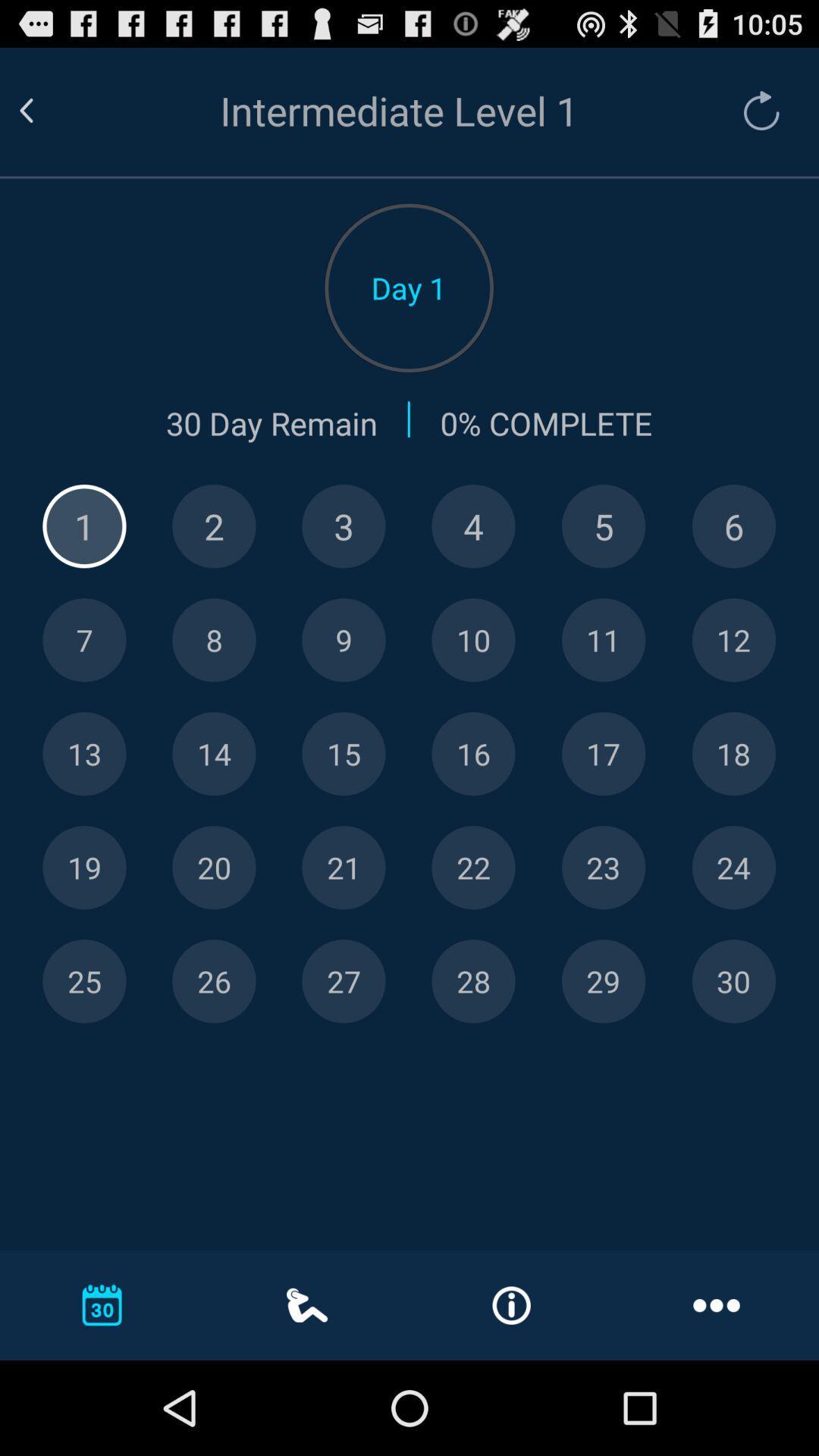 Image resolution: width=819 pixels, height=1456 pixels. What do you see at coordinates (733, 868) in the screenshot?
I see `choose day 24` at bounding box center [733, 868].